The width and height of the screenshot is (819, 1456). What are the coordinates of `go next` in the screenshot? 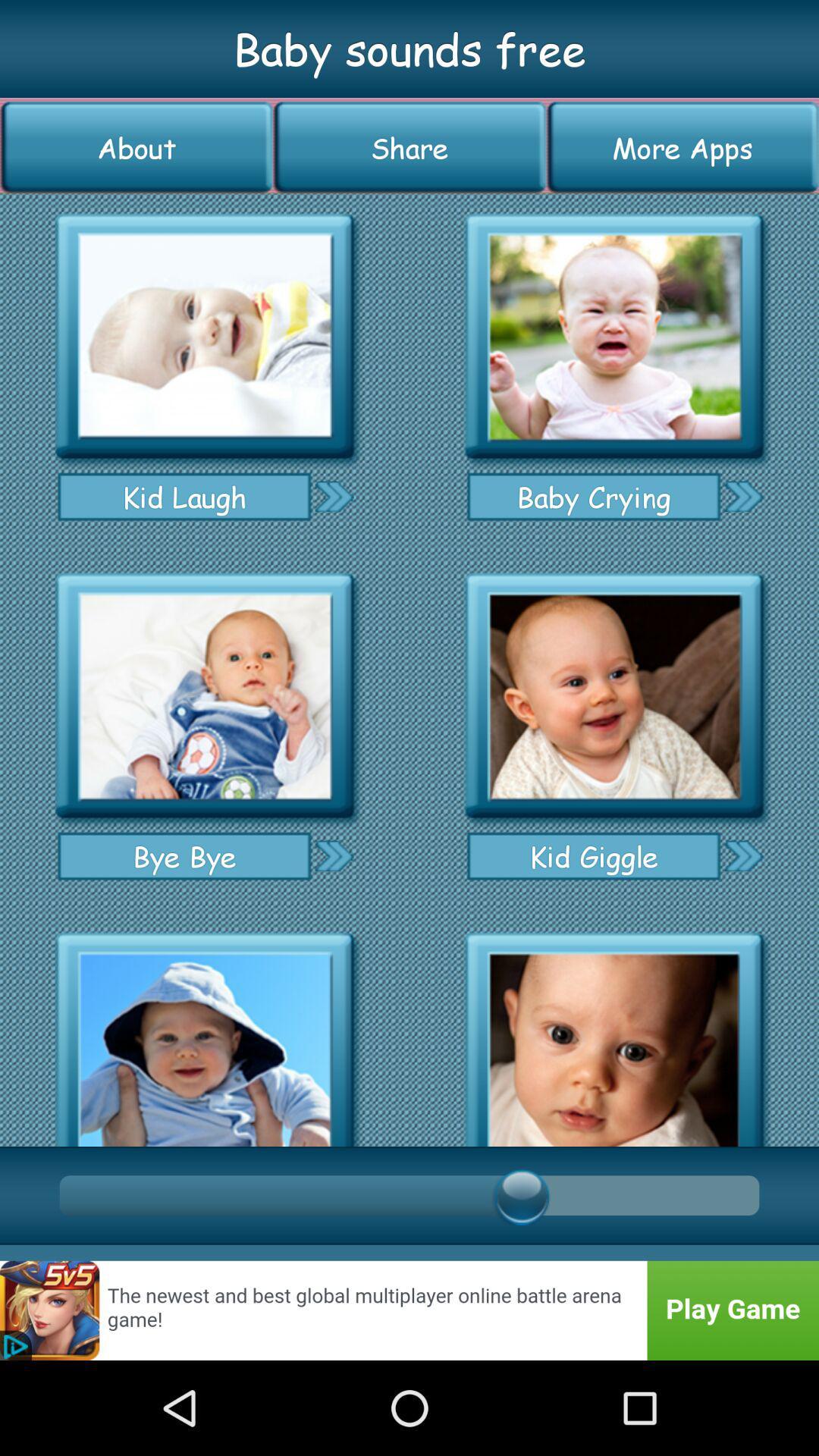 It's located at (333, 496).